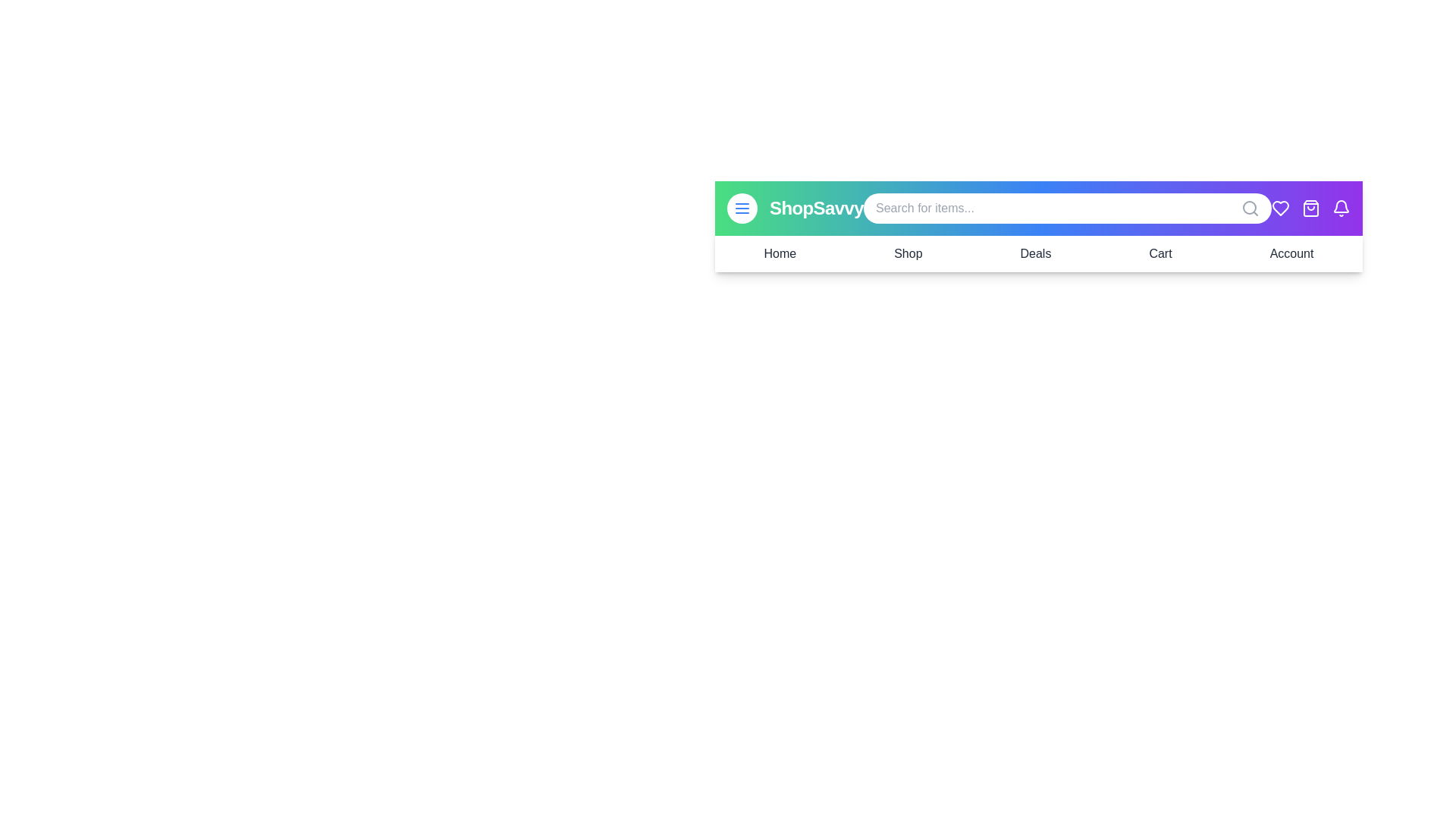 The height and width of the screenshot is (819, 1456). What do you see at coordinates (1159, 253) in the screenshot?
I see `the Cart link in the navigation bar` at bounding box center [1159, 253].